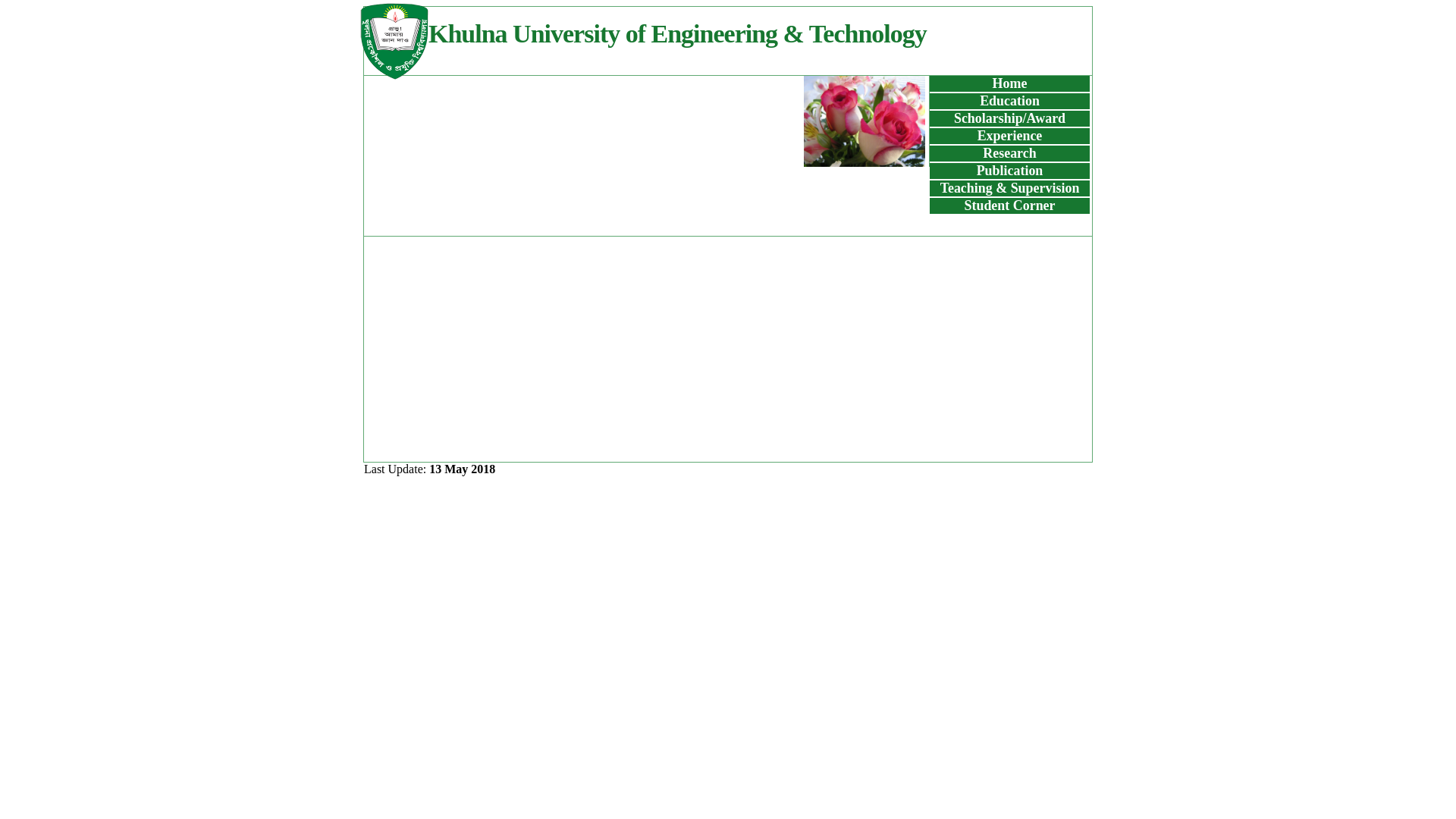  What do you see at coordinates (977, 134) in the screenshot?
I see `'Experience'` at bounding box center [977, 134].